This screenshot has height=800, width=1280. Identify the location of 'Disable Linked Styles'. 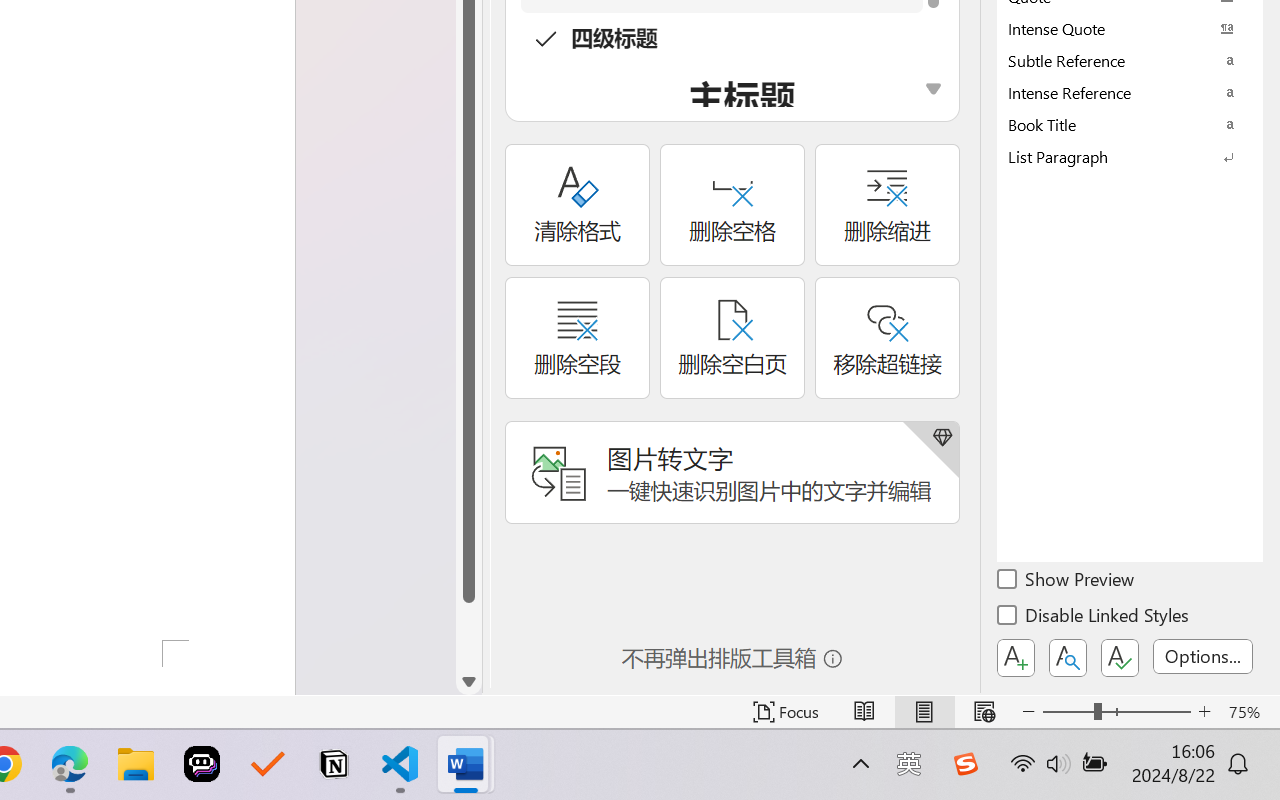
(1094, 618).